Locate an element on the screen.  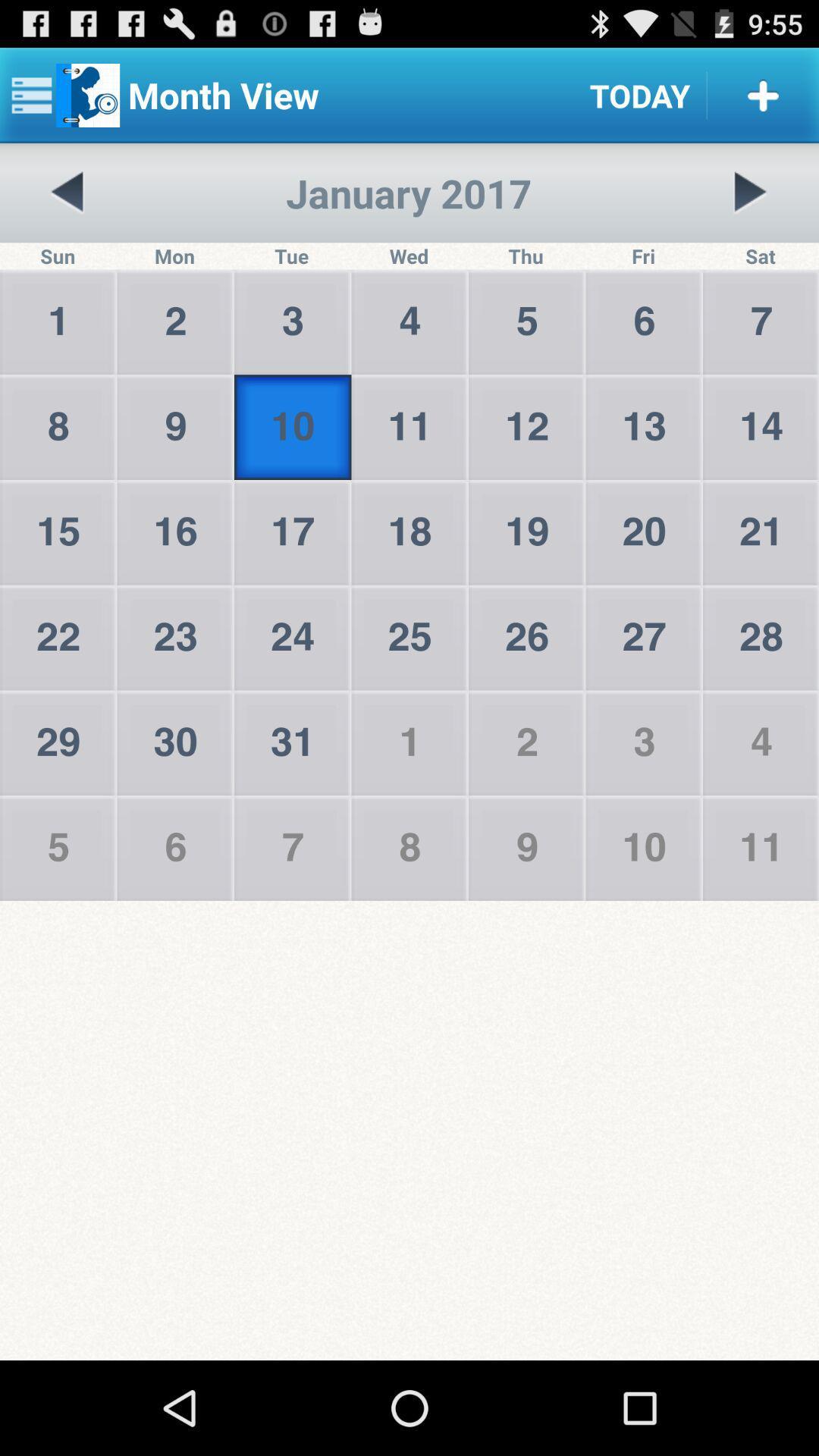
the icon next to the thu is located at coordinates (749, 192).